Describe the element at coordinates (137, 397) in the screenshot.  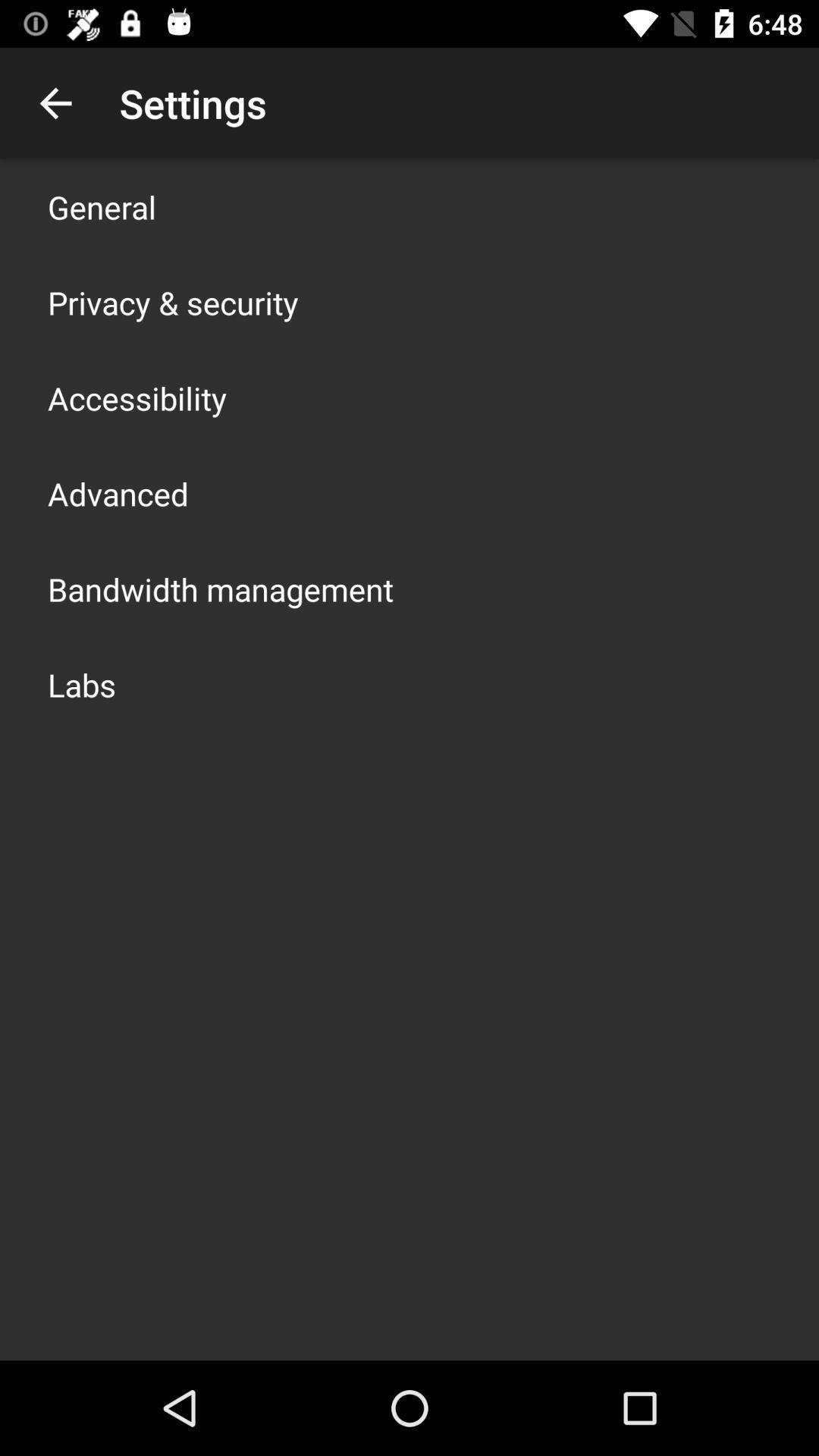
I see `the app below privacy & security app` at that location.